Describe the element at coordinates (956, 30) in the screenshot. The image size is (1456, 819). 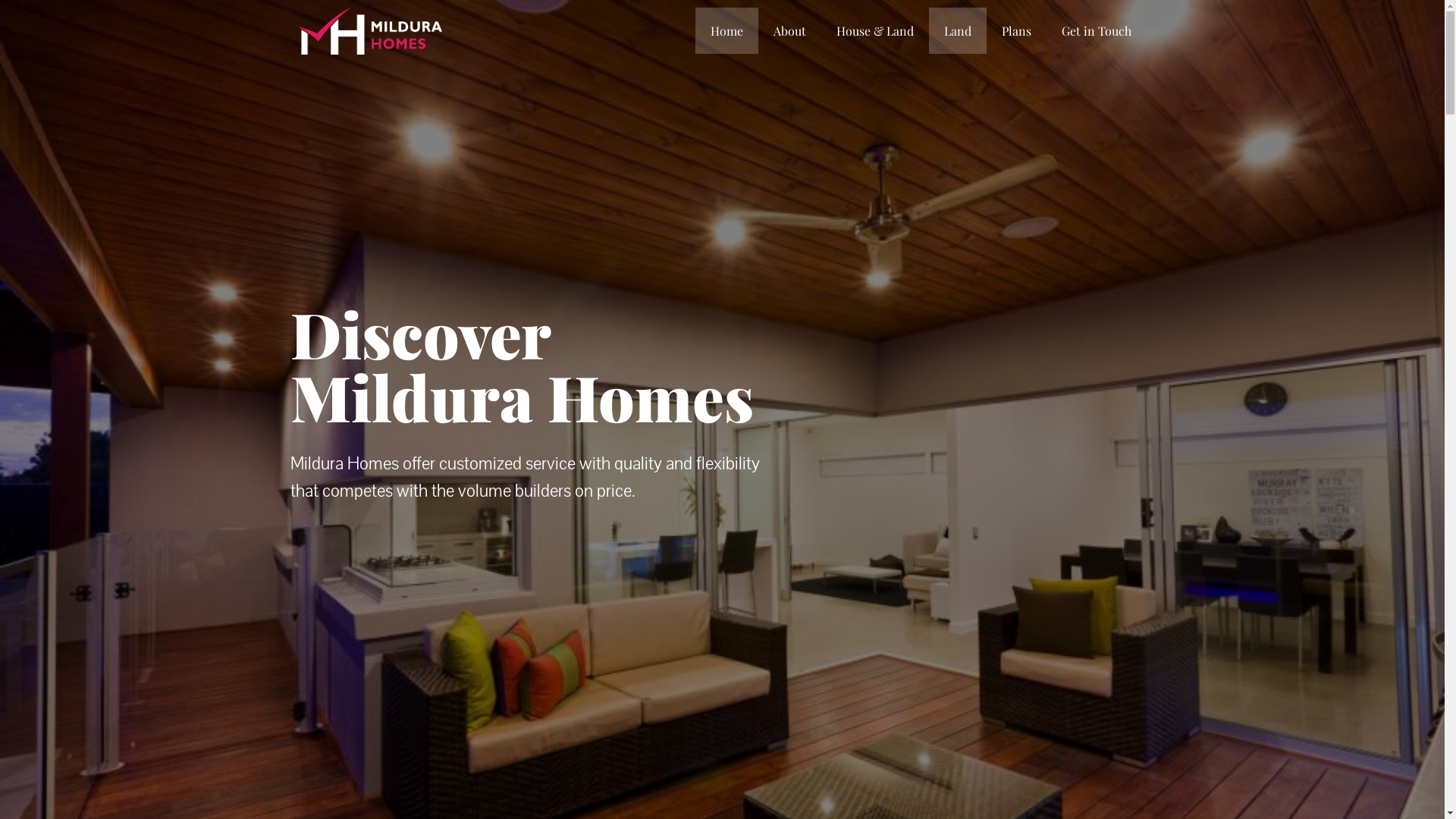
I see `'Land'` at that location.